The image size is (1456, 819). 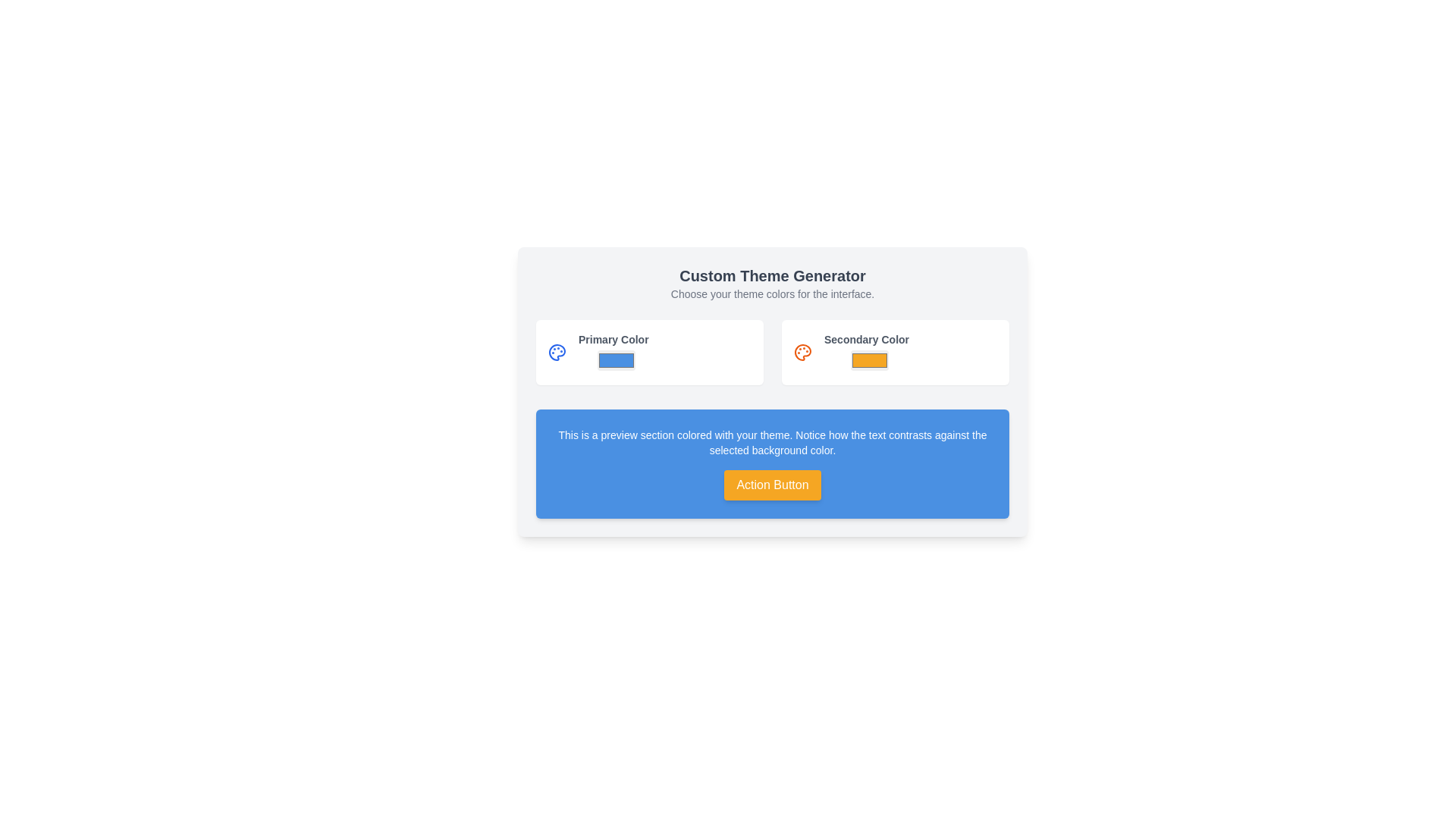 What do you see at coordinates (772, 442) in the screenshot?
I see `text from the centrally located Text block that provides an explanation of the theme configuration, positioned above the Action Button` at bounding box center [772, 442].